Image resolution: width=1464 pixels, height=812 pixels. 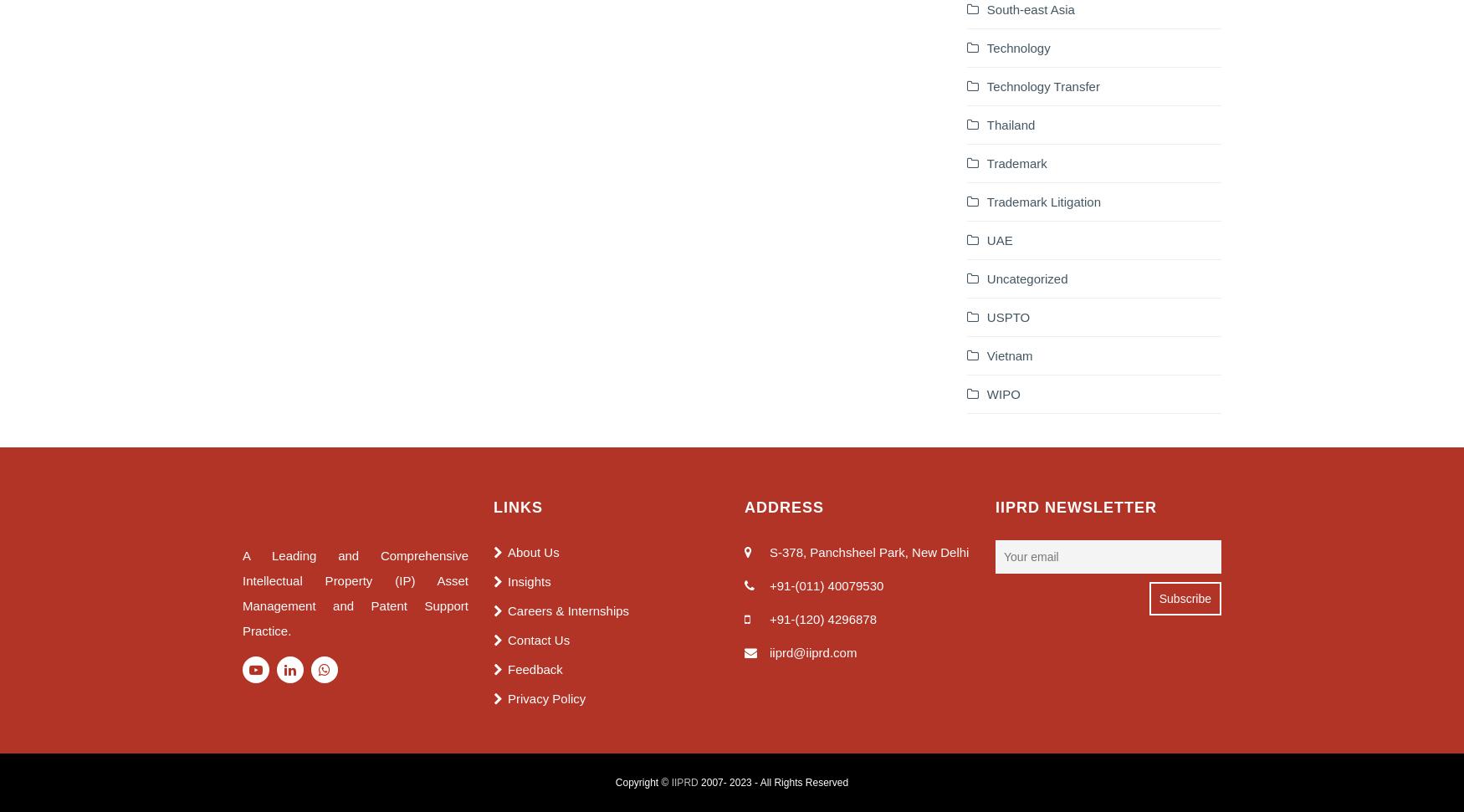 What do you see at coordinates (827, 585) in the screenshot?
I see `'+91-(011) 40079530'` at bounding box center [827, 585].